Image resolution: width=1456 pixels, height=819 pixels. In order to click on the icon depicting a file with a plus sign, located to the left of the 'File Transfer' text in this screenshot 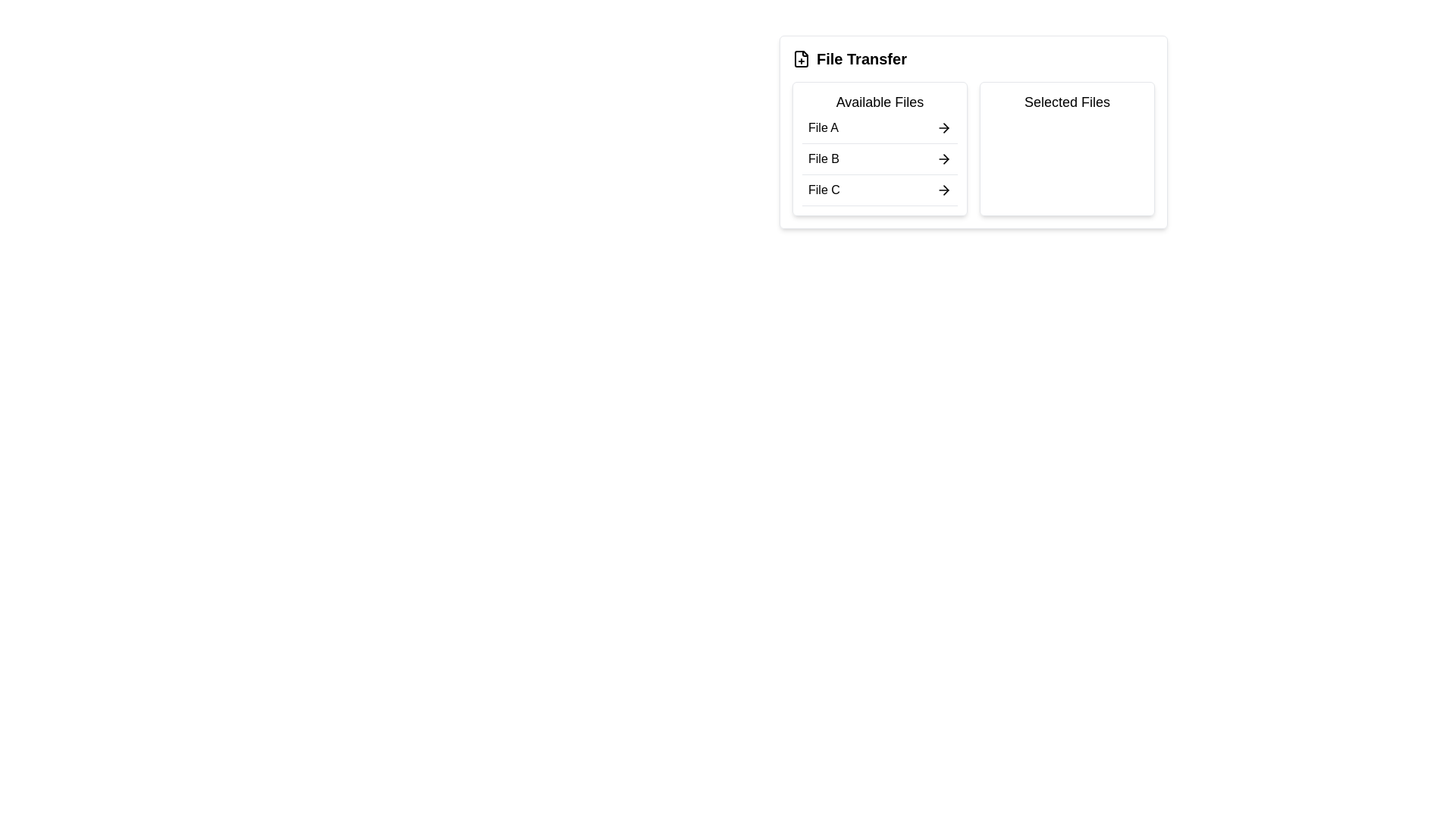, I will do `click(800, 58)`.